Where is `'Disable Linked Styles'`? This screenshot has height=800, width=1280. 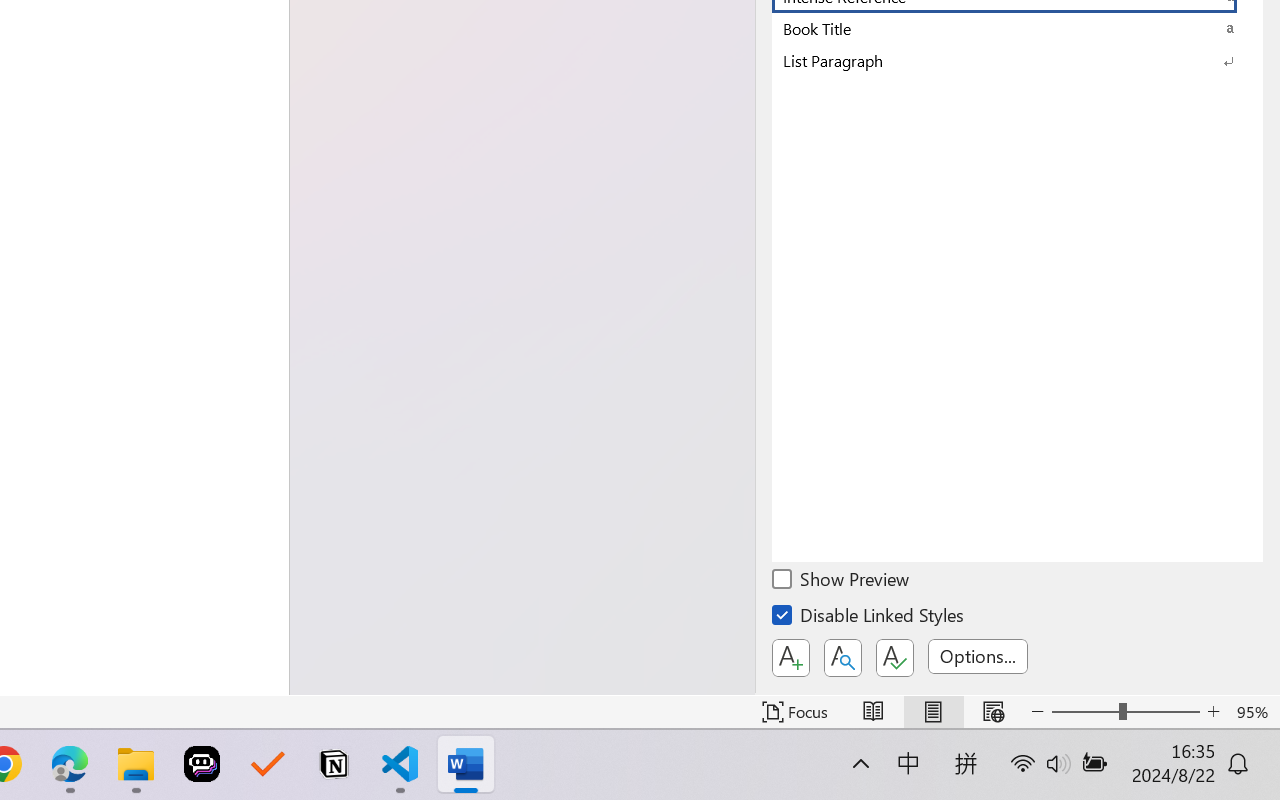
'Disable Linked Styles' is located at coordinates (869, 618).